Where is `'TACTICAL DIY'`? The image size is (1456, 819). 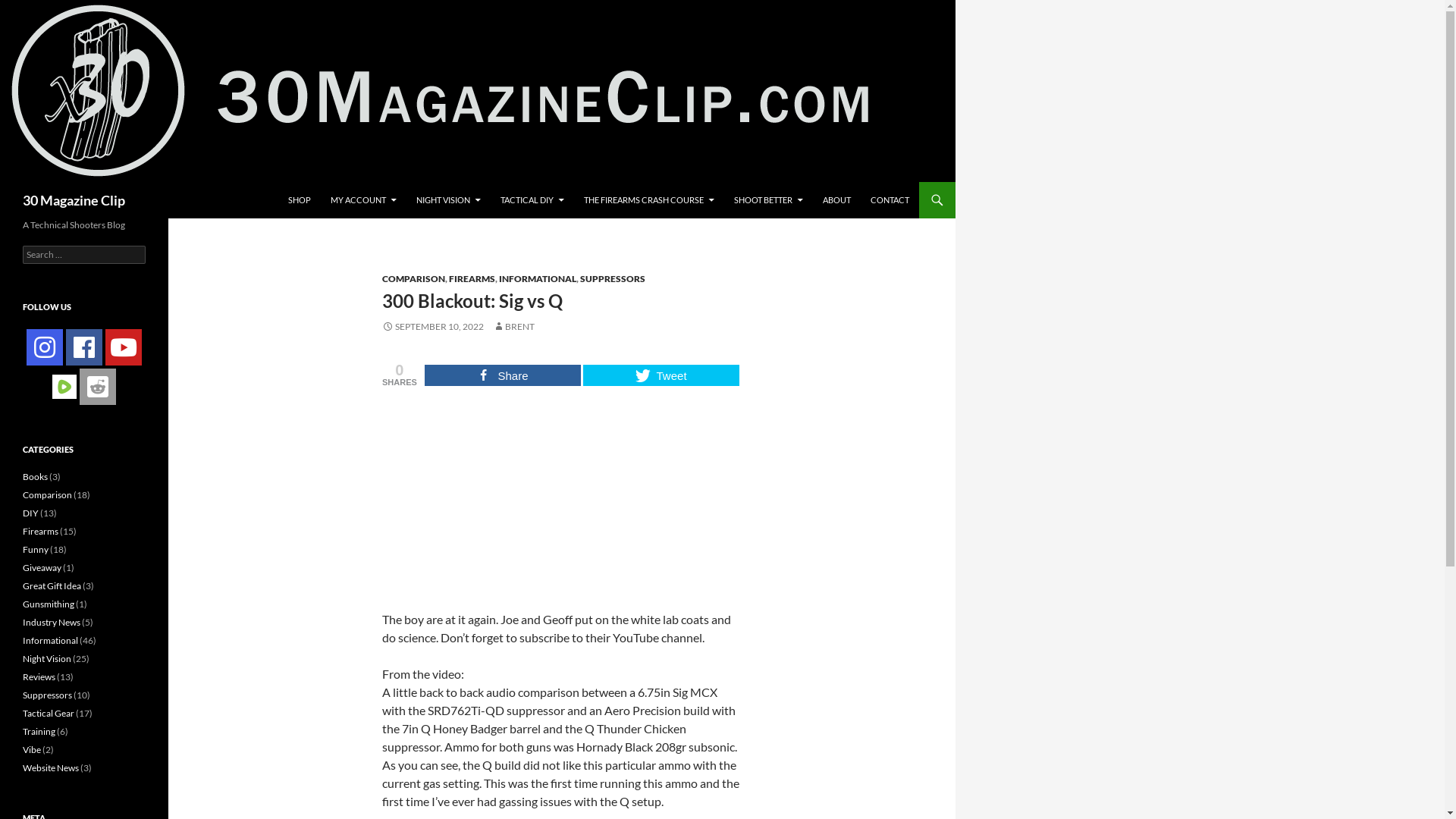 'TACTICAL DIY' is located at coordinates (491, 199).